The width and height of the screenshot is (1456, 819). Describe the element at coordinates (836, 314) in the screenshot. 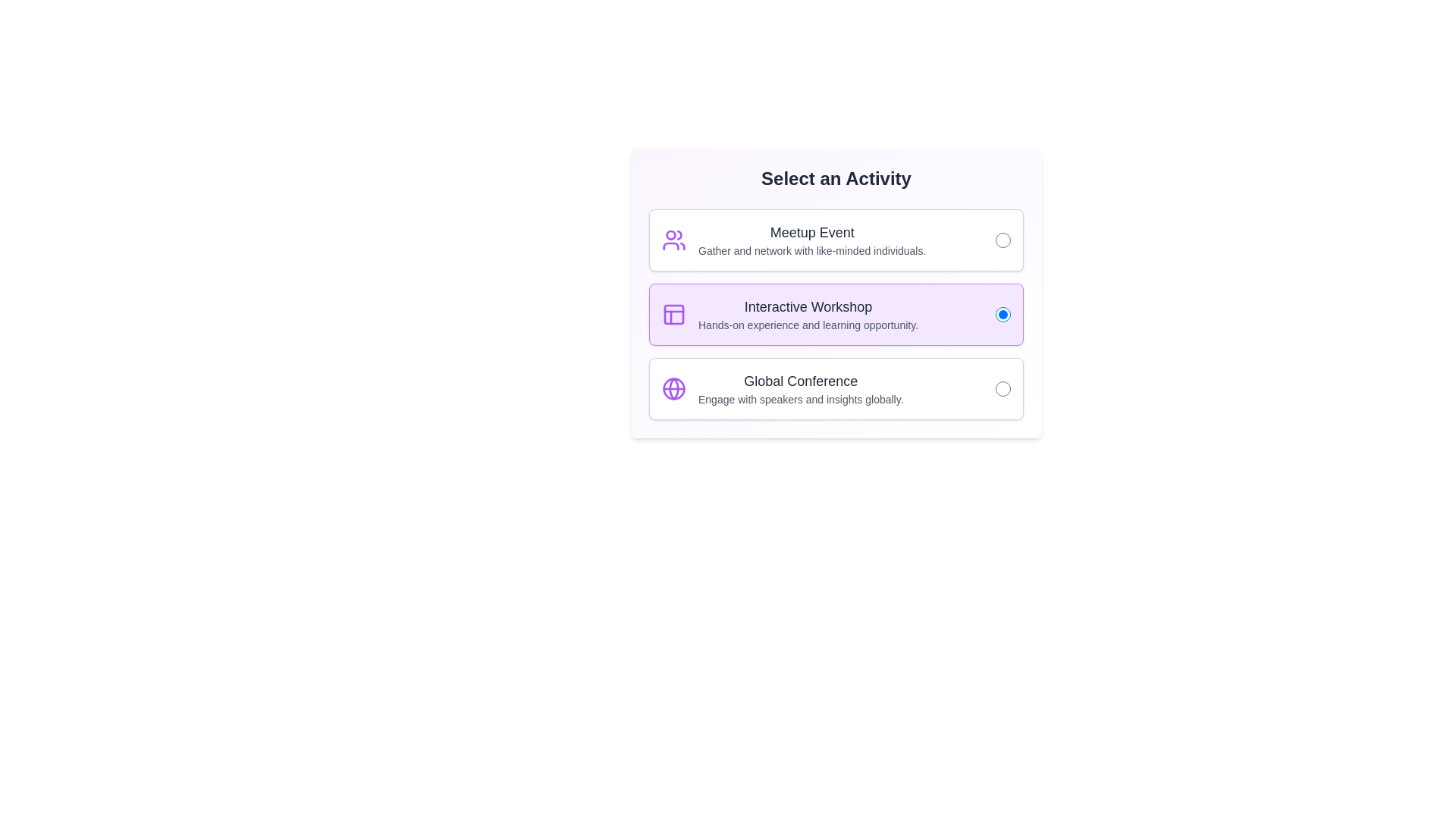

I see `the second selectable list item with a radio button for user interaction, which represents an interactive workshop choice in the 'Select an Activity' card interface` at that location.